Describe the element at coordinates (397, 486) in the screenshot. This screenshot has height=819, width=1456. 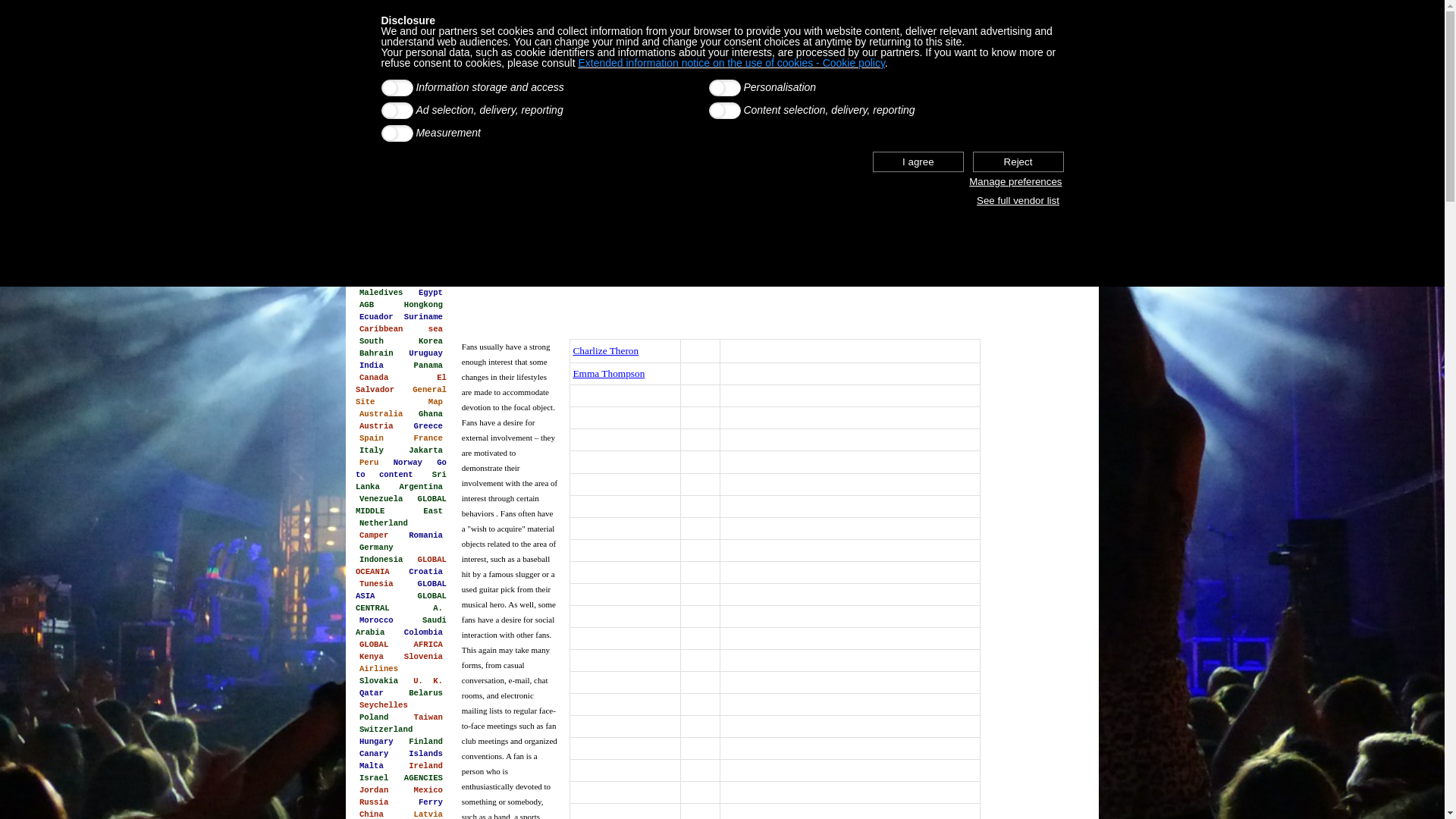
I see `'Argentina'` at that location.